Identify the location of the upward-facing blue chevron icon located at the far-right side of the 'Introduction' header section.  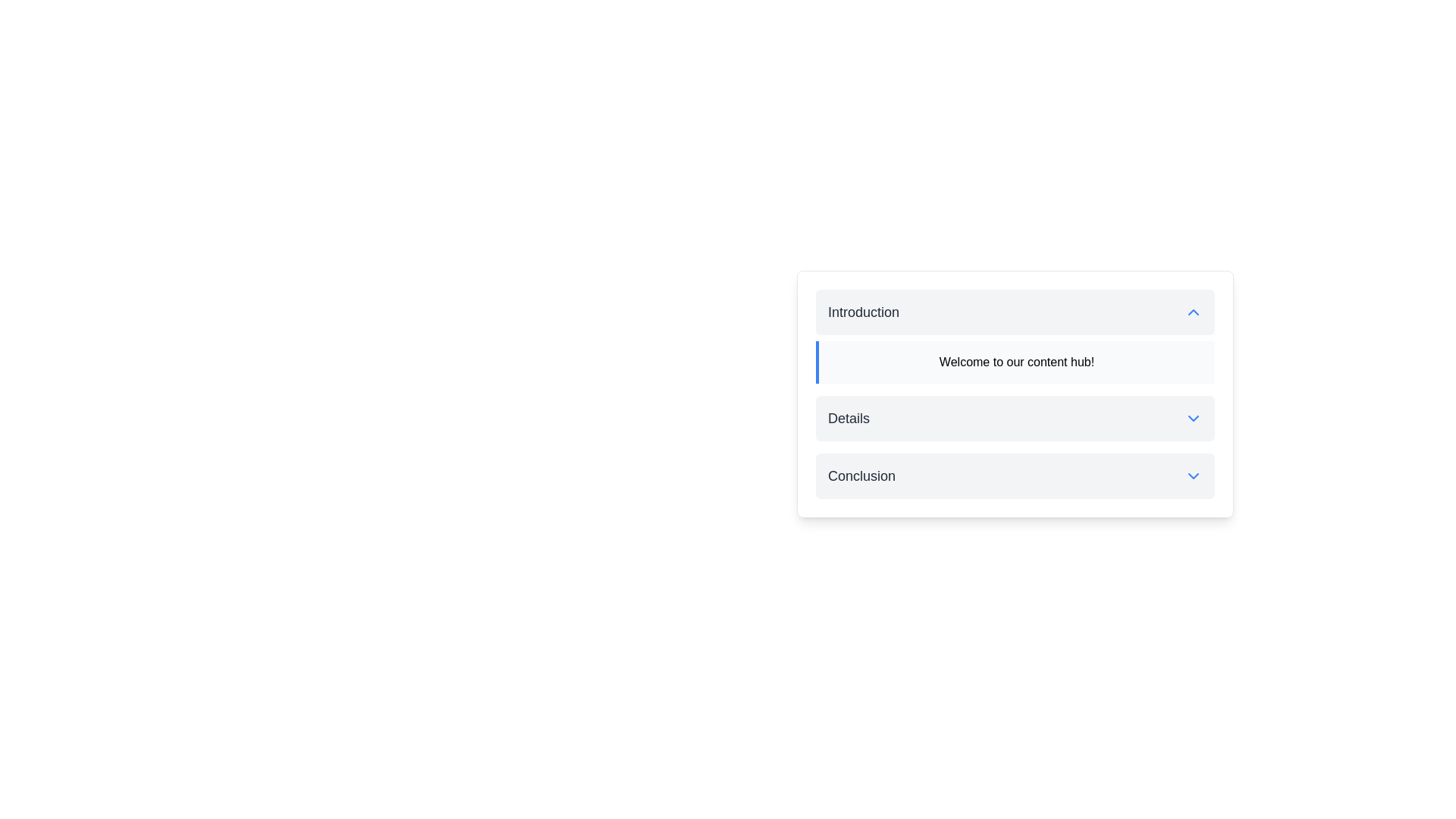
(1193, 312).